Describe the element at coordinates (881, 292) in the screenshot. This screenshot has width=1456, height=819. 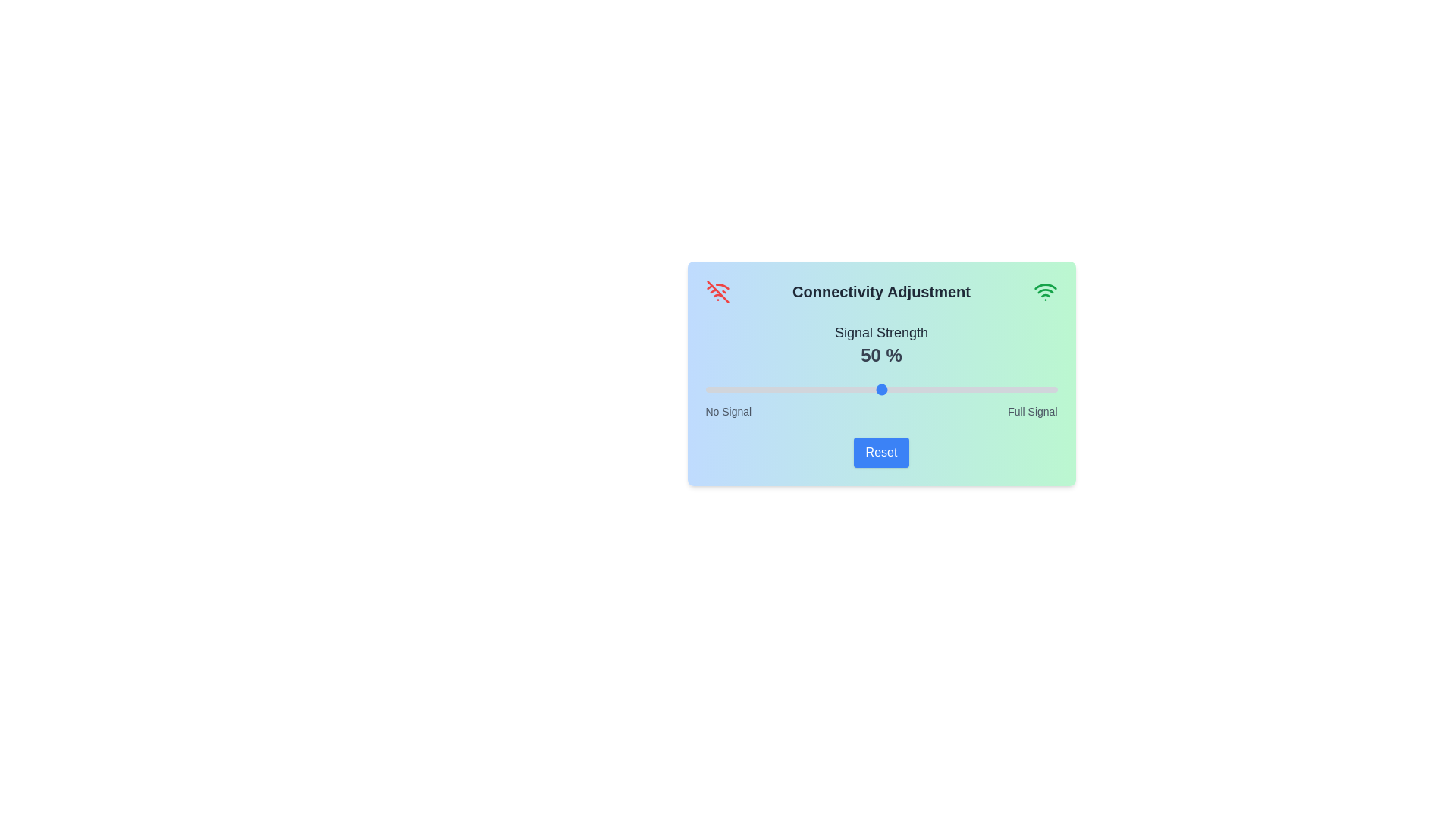
I see `the title to read its text` at that location.